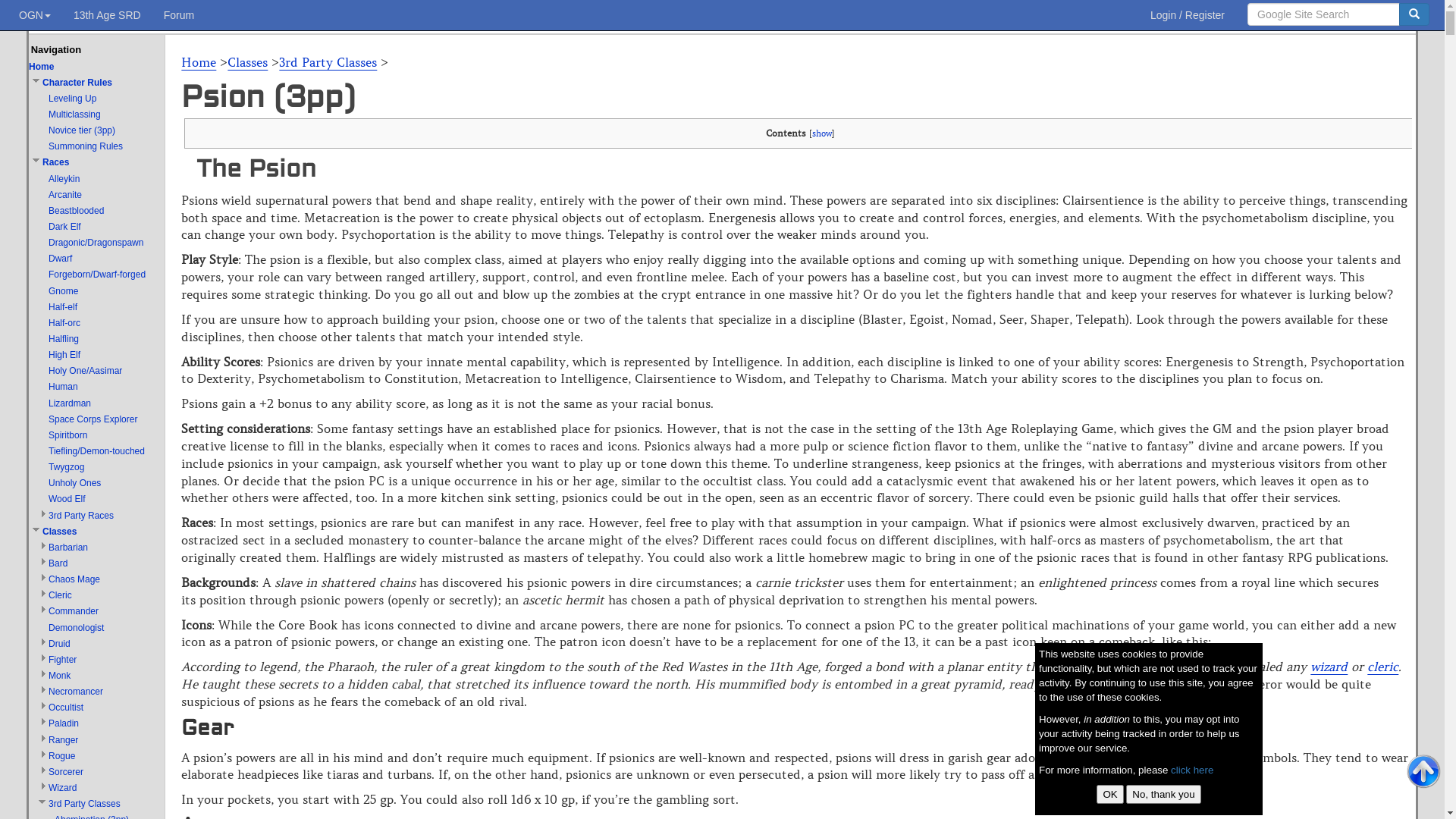  What do you see at coordinates (95, 242) in the screenshot?
I see `'Dragonic/Dragonspawn'` at bounding box center [95, 242].